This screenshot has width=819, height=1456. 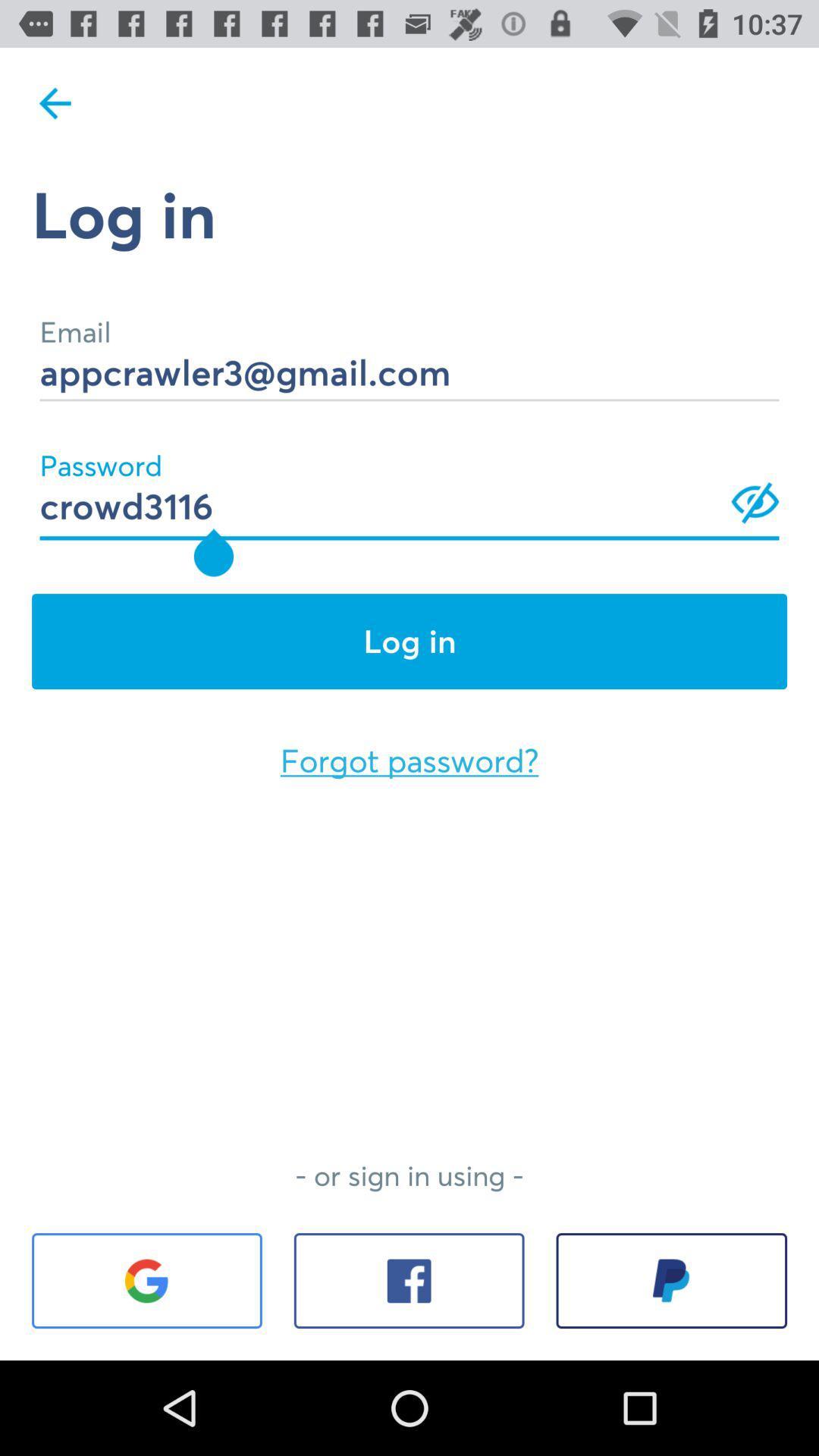 What do you see at coordinates (409, 485) in the screenshot?
I see `crowd3116 icon` at bounding box center [409, 485].